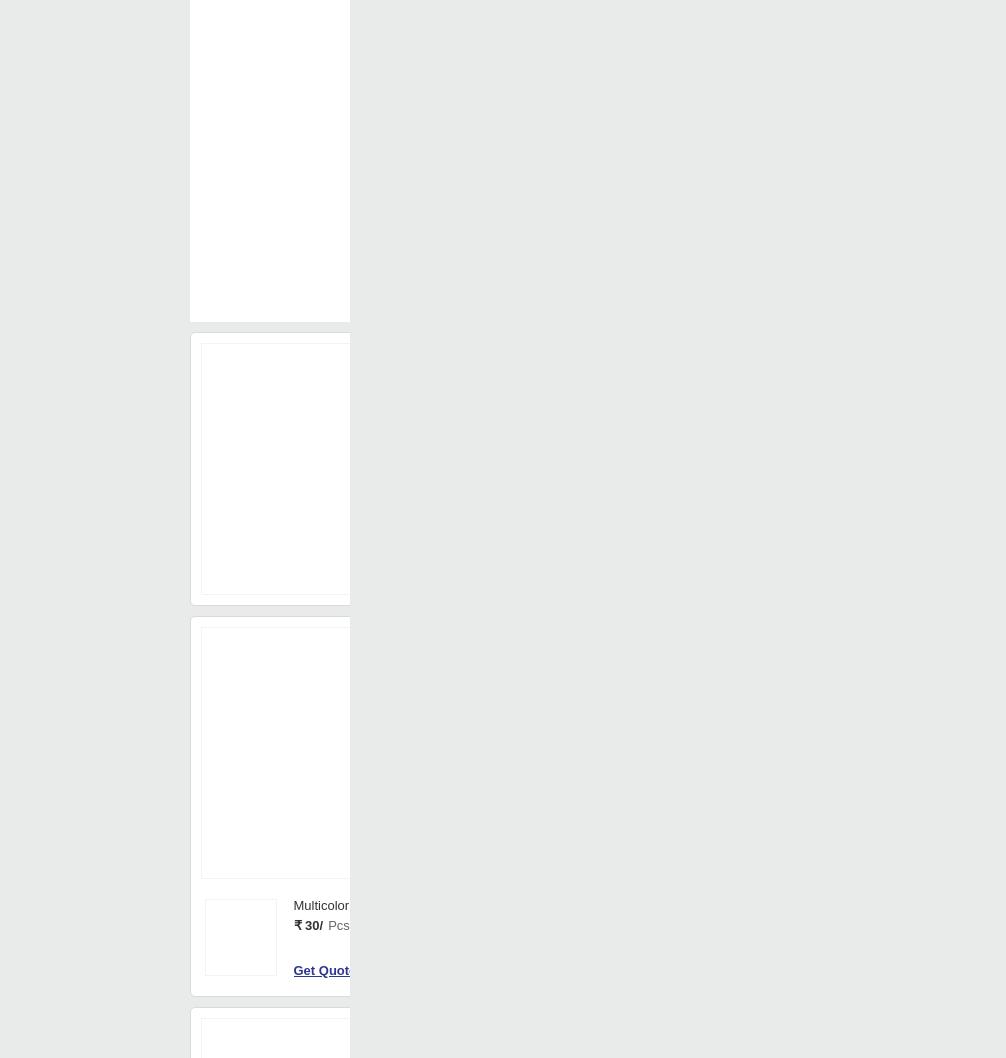 The height and width of the screenshot is (1058, 1006). What do you see at coordinates (496, 358) in the screenshot?
I see `'China'` at bounding box center [496, 358].